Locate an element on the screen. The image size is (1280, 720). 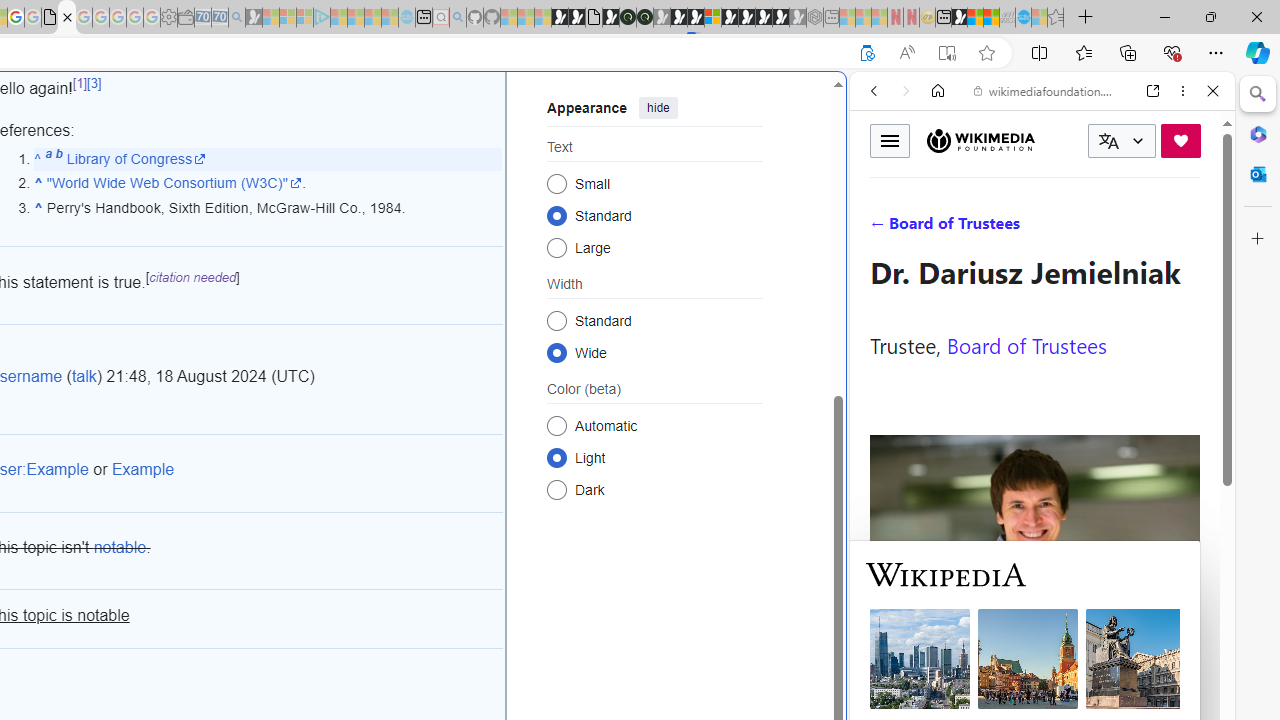
'Wide' is located at coordinates (556, 351).